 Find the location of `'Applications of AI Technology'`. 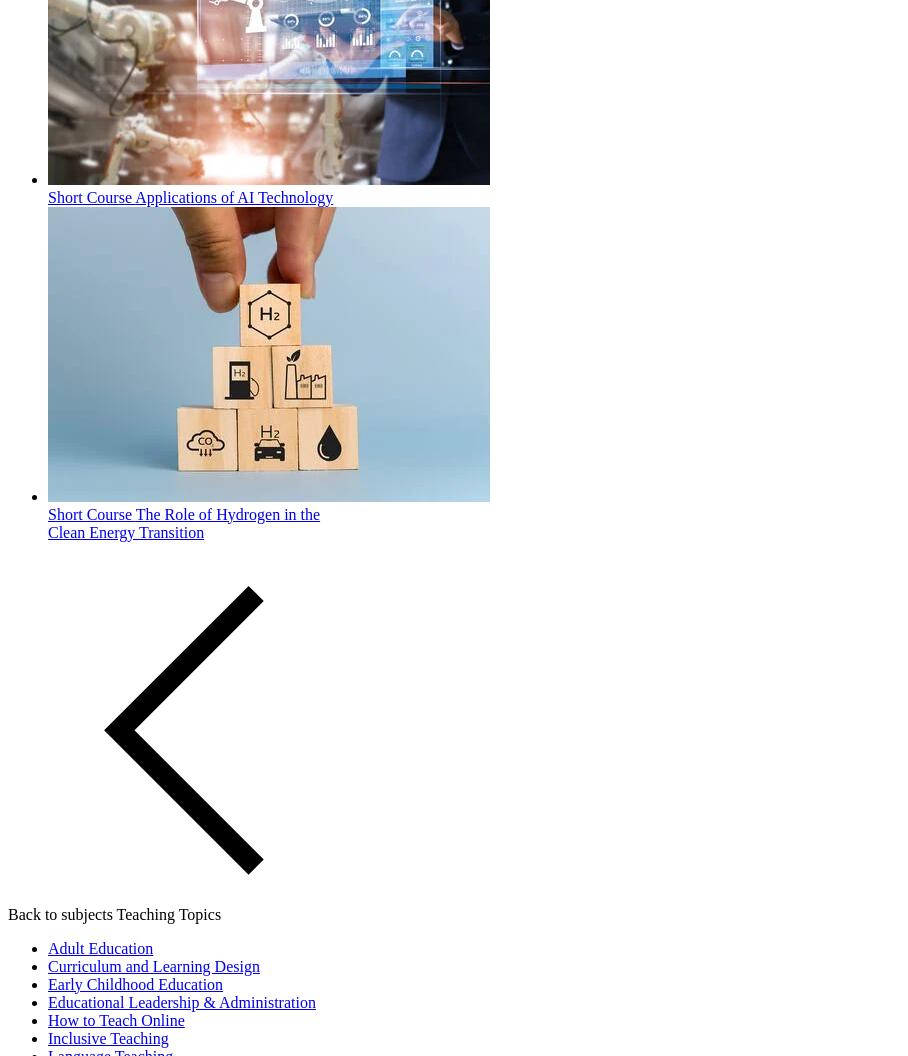

'Applications of AI Technology' is located at coordinates (232, 196).